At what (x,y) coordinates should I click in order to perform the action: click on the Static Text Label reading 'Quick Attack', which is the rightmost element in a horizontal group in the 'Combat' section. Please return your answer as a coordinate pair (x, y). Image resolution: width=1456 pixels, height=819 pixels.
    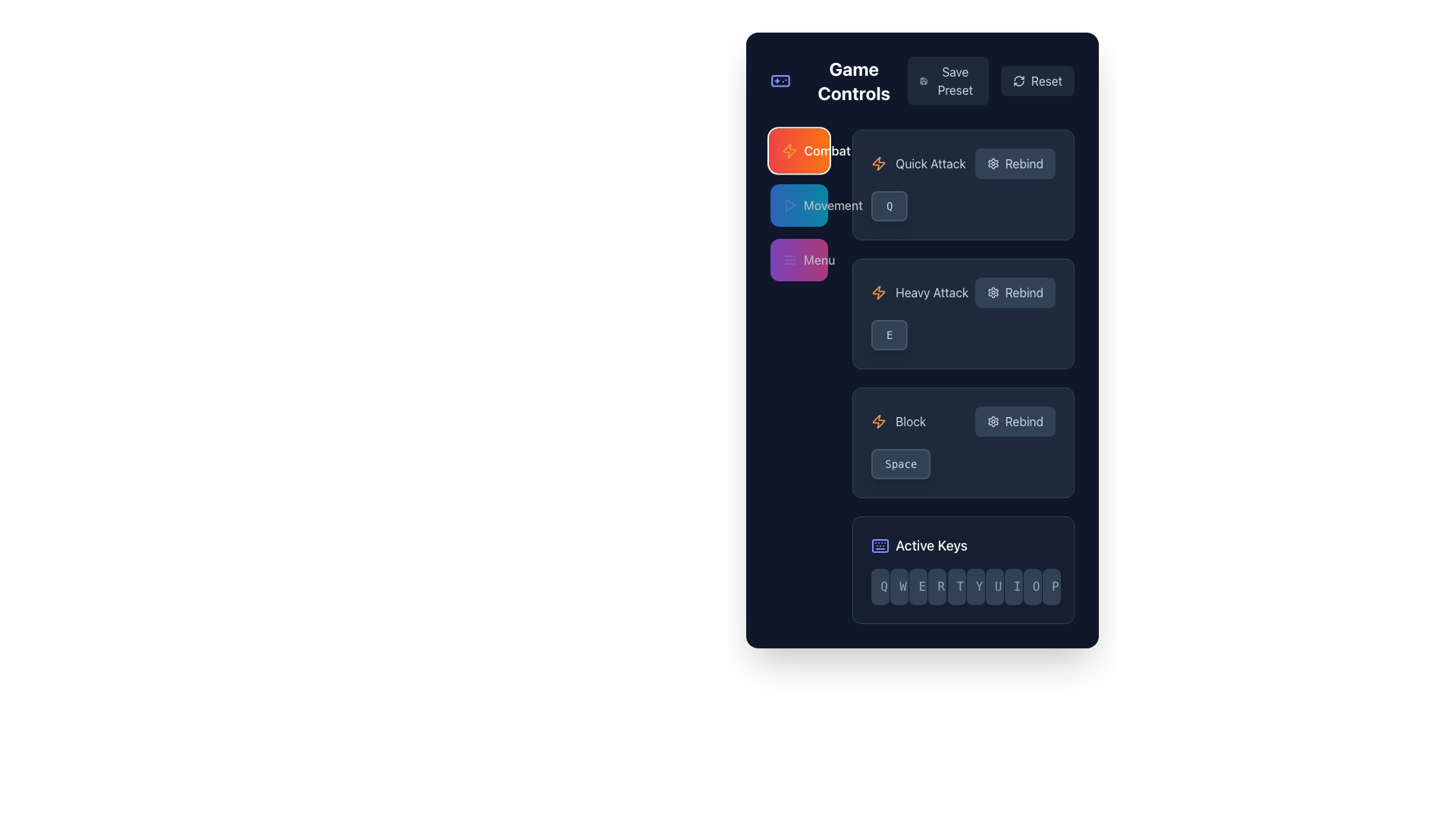
    Looking at the image, I should click on (930, 164).